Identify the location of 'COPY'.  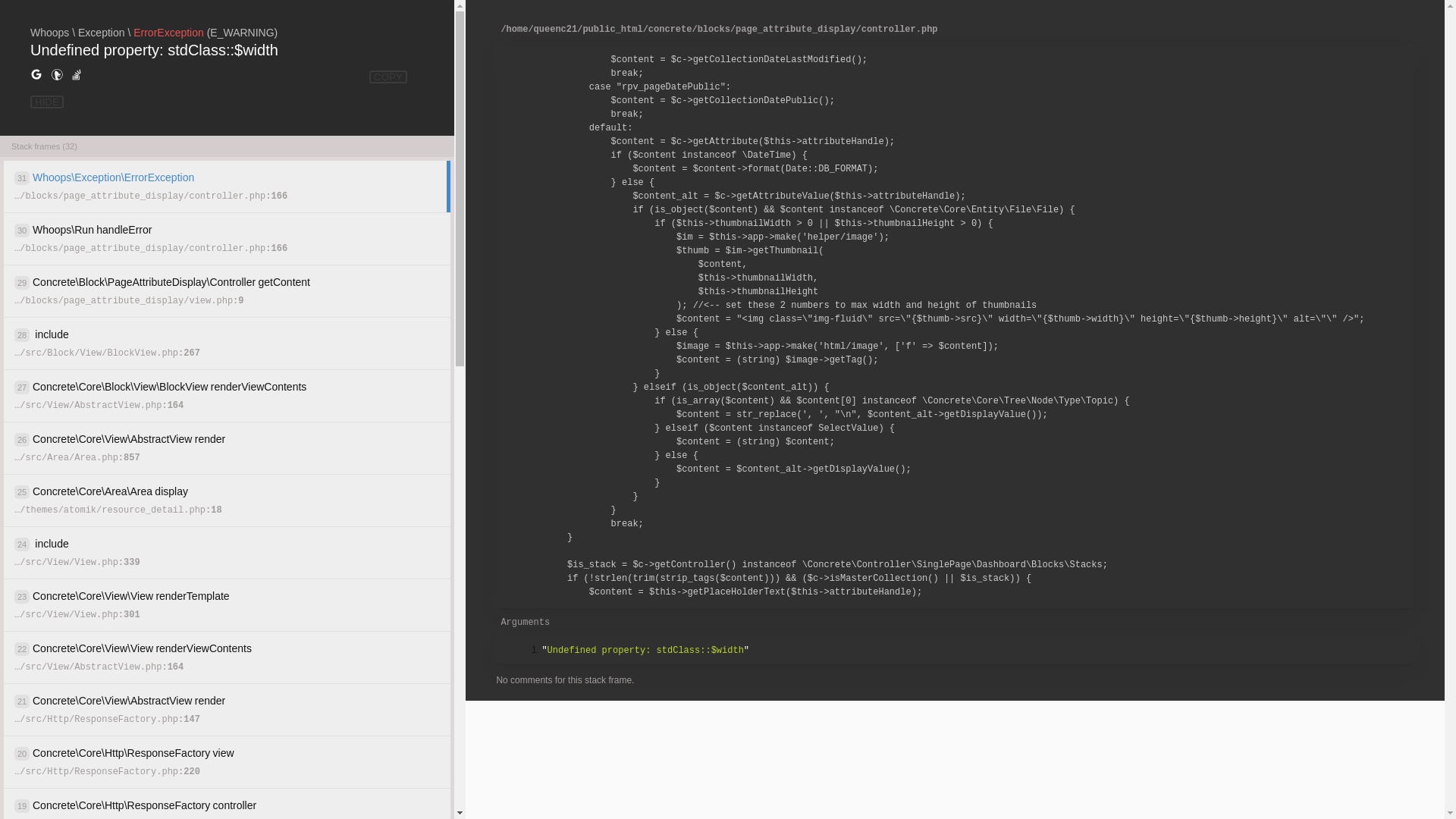
(388, 77).